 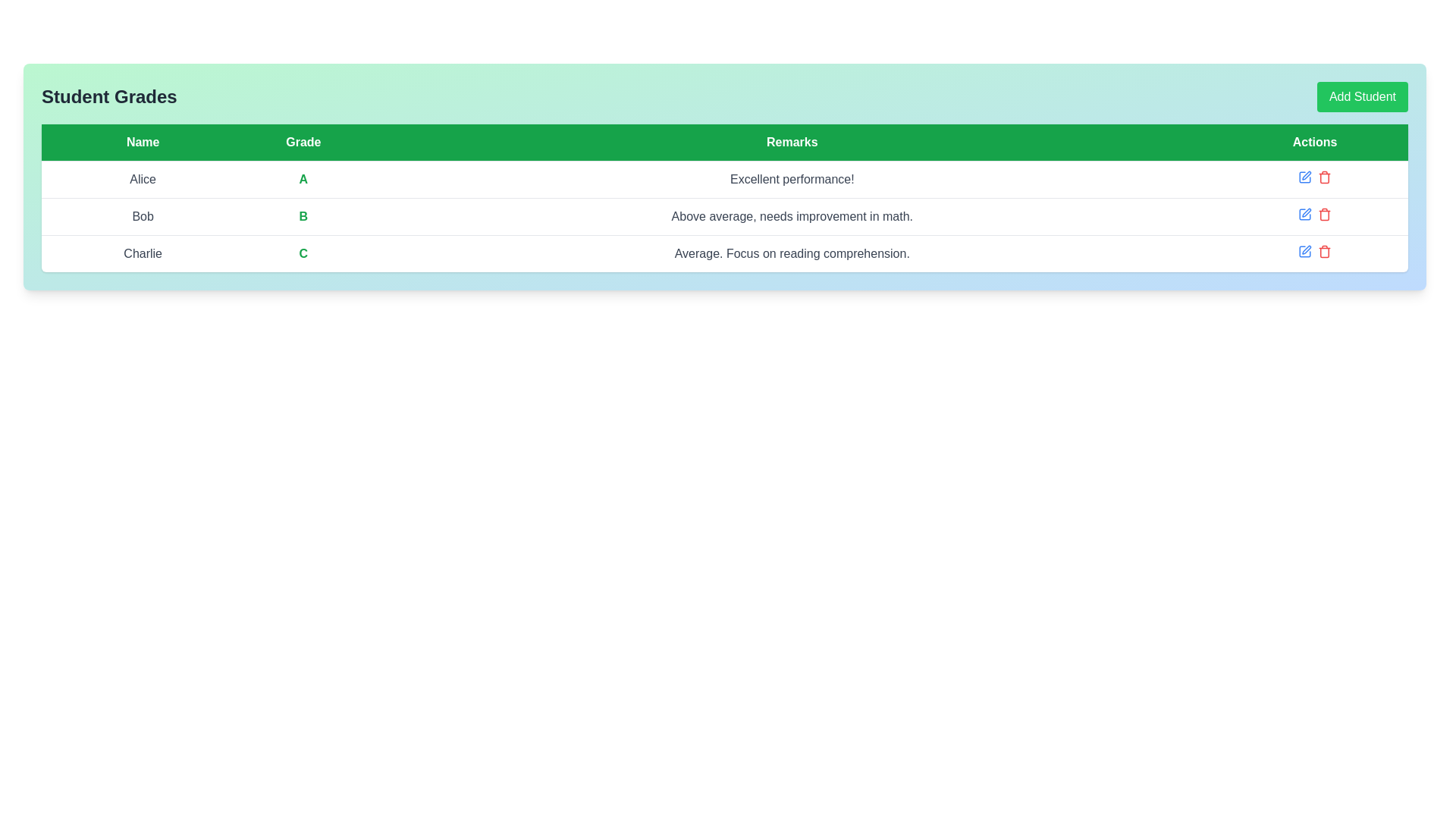 I want to click on the delete icon button located in the 'Actions' column of the row for the student 'Bob', so click(x=1324, y=214).